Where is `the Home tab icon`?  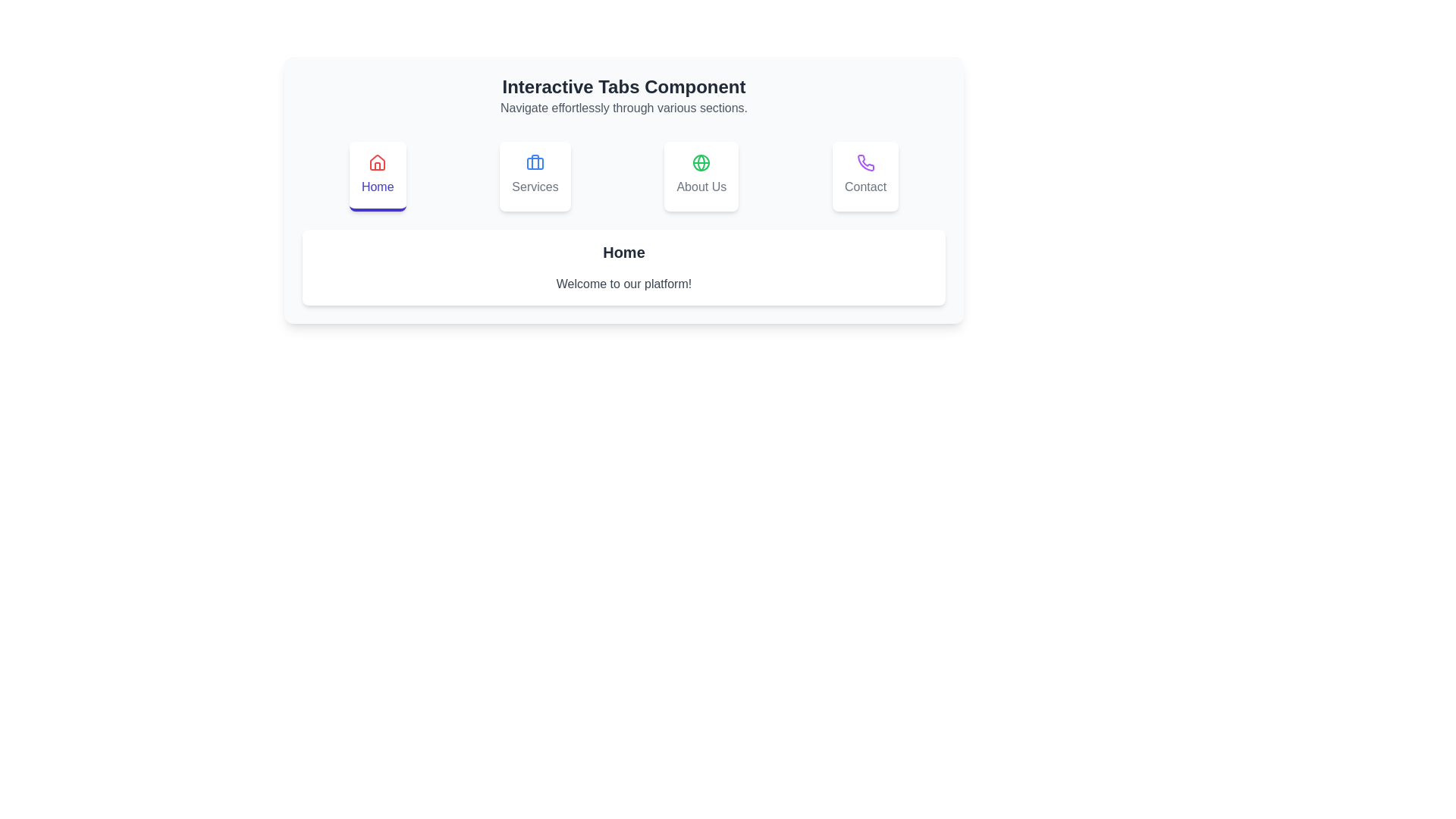
the Home tab icon is located at coordinates (378, 175).